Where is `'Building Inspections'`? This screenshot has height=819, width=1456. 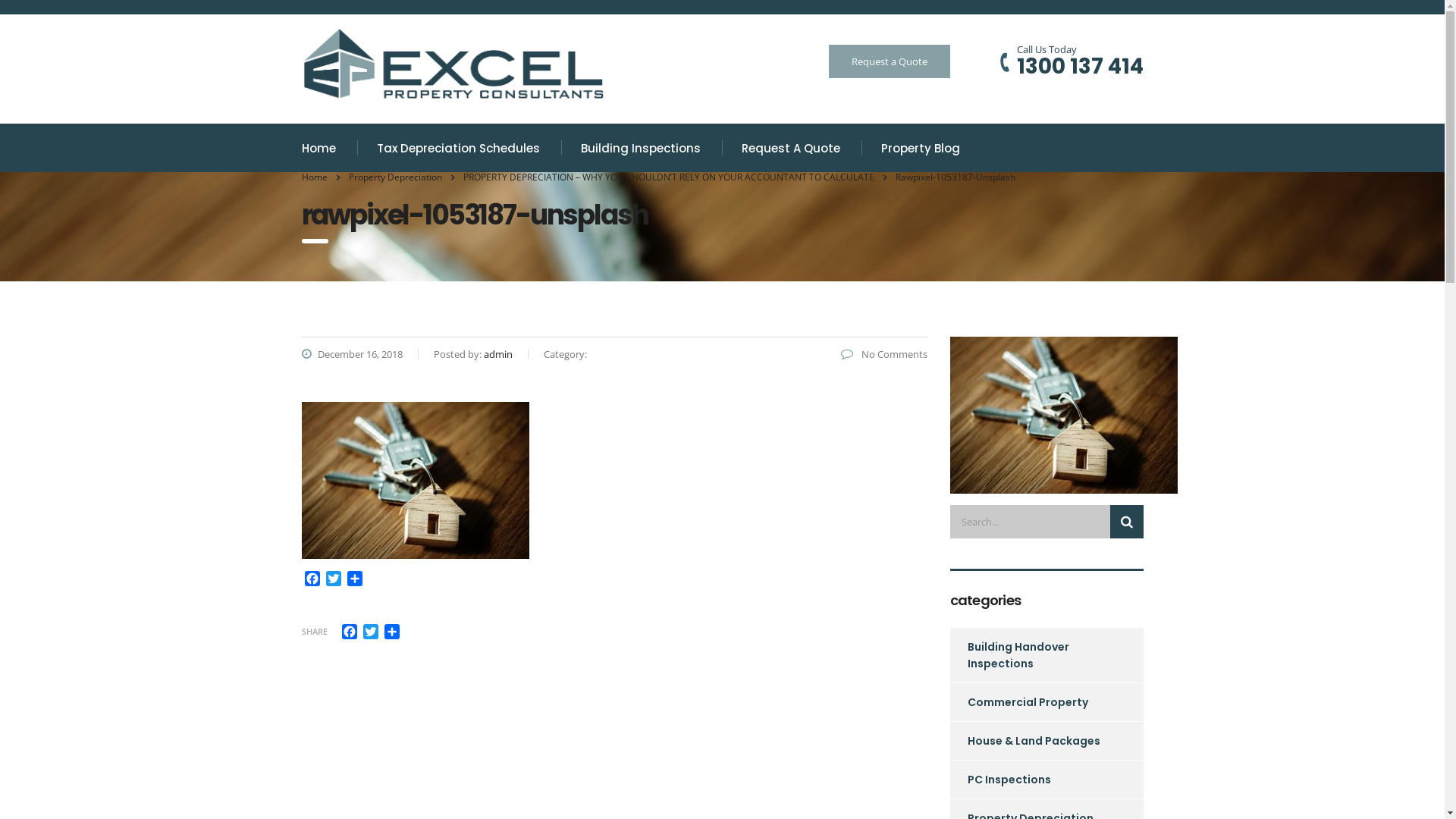
'Building Inspections' is located at coordinates (641, 148).